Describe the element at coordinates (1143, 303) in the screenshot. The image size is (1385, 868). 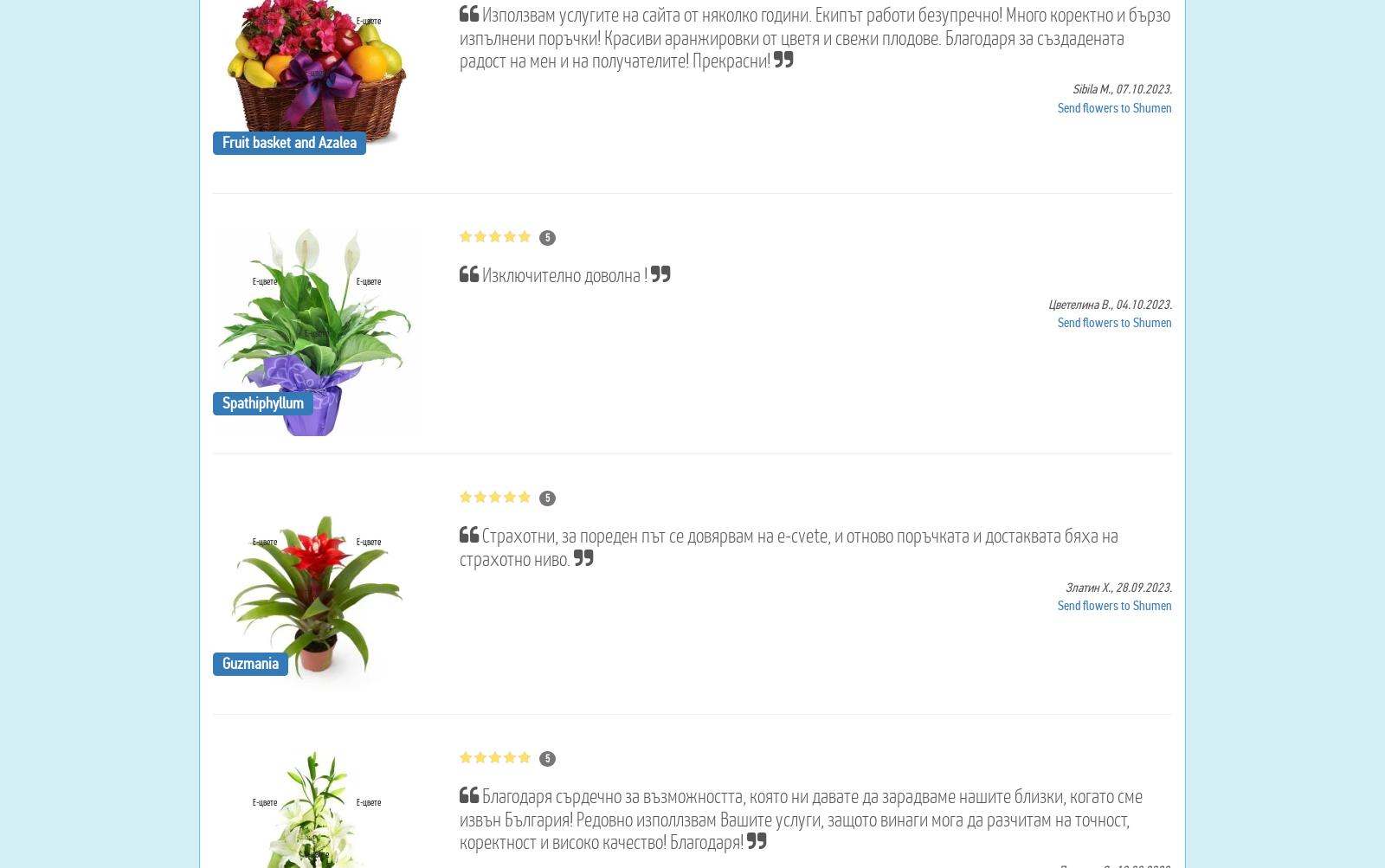
I see `'04.10.2023.'` at that location.